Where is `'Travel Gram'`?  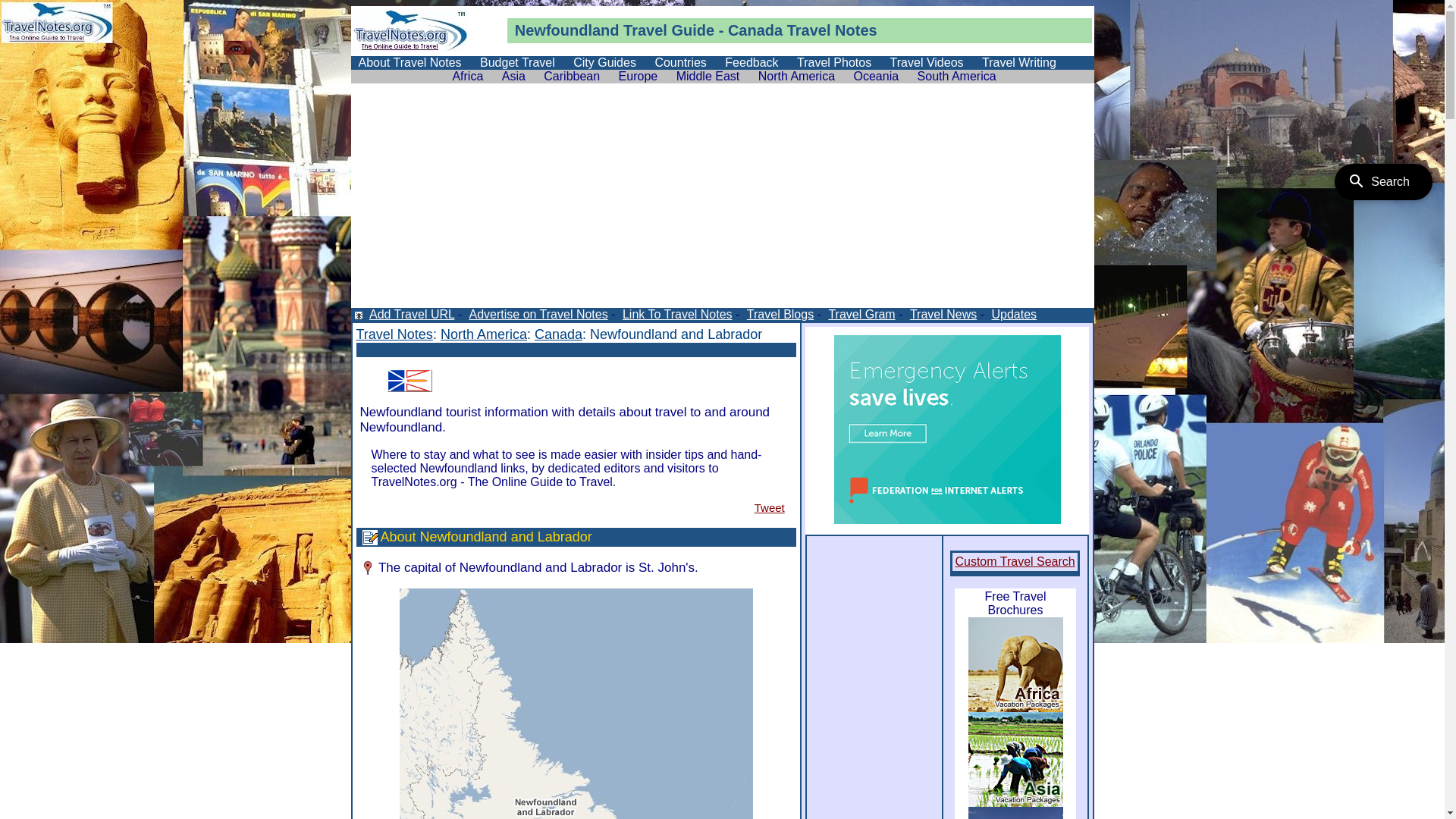
'Travel Gram' is located at coordinates (825, 313).